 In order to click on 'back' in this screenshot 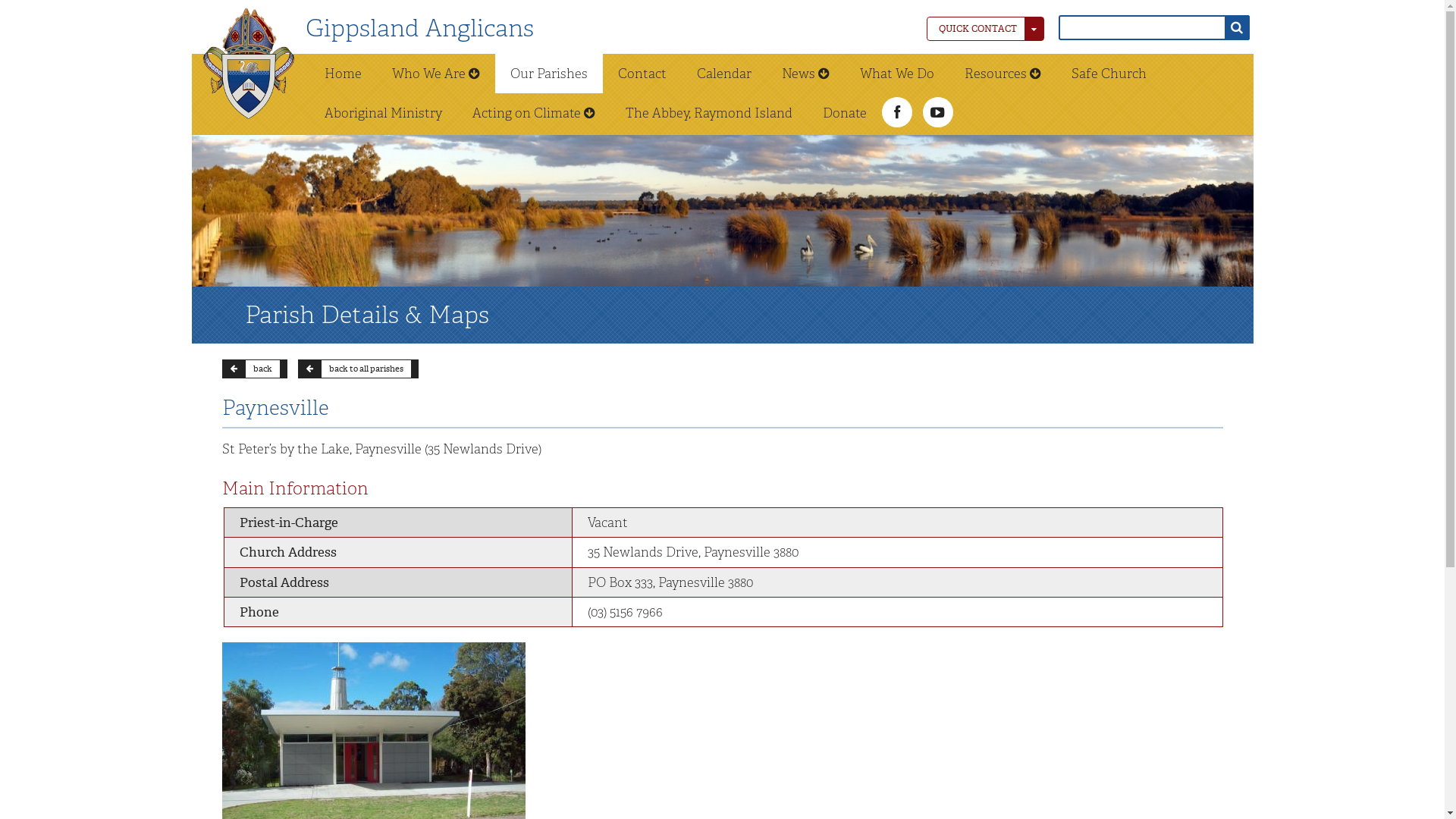, I will do `click(254, 369)`.